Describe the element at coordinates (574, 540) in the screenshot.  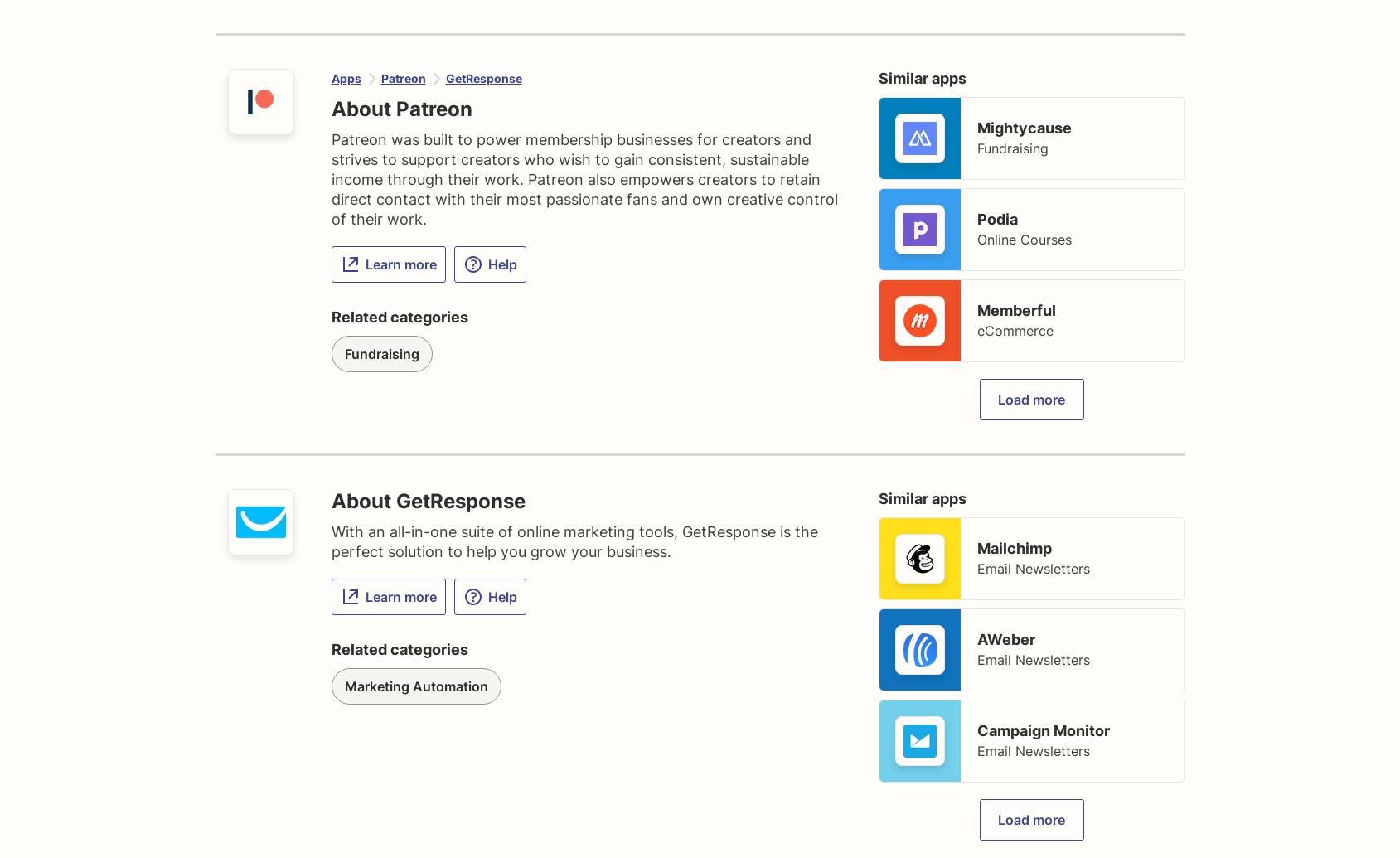
I see `'With an all-in-one suite of online marketing tools, GetResponse is the perfect solution to help you grow your business.'` at that location.